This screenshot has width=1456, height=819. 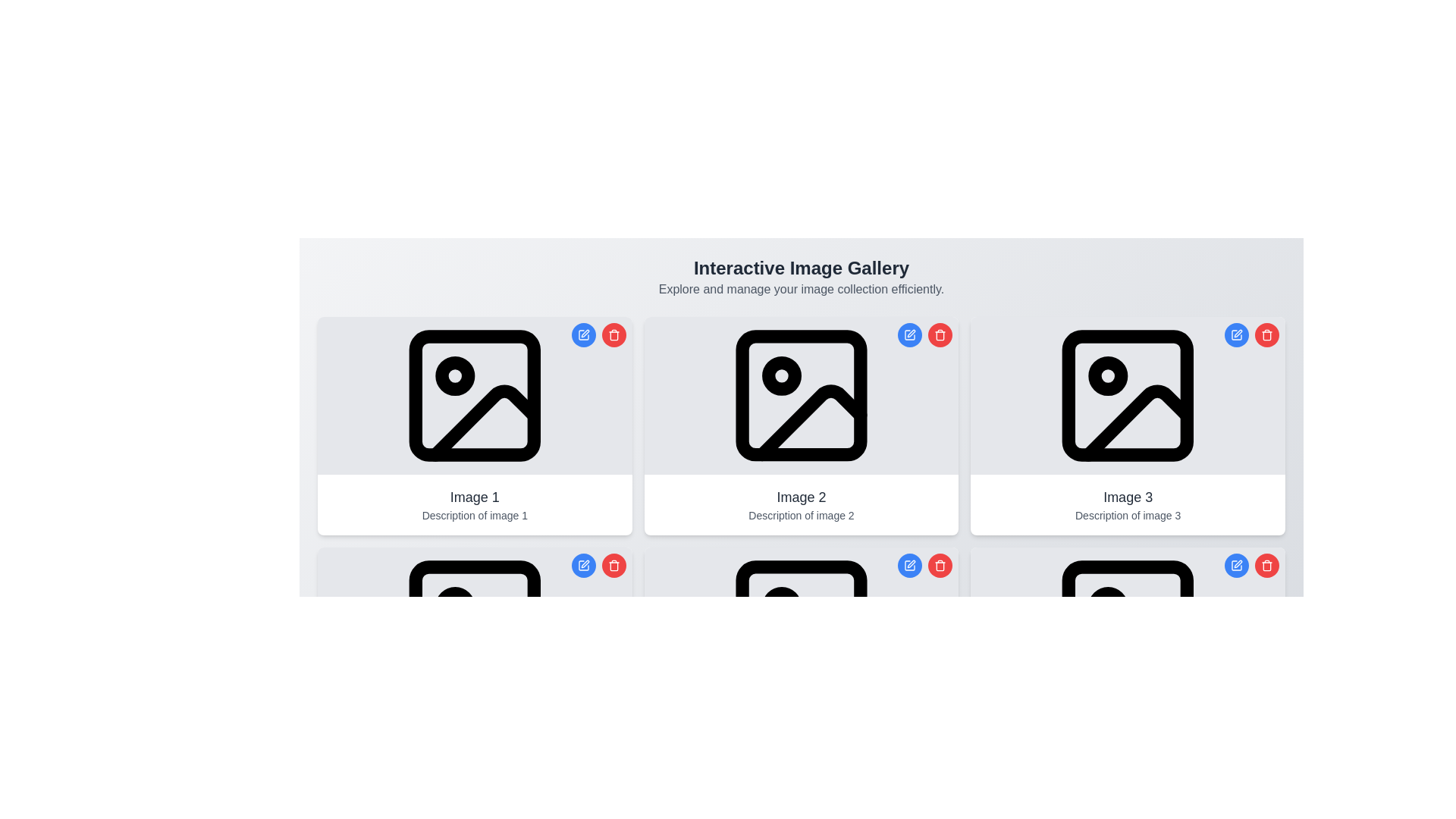 What do you see at coordinates (911, 332) in the screenshot?
I see `the Edit icon, represented by a pen inside a square, located near the top right corner of the box containing 'Image 2' to initiate the edit action` at bounding box center [911, 332].